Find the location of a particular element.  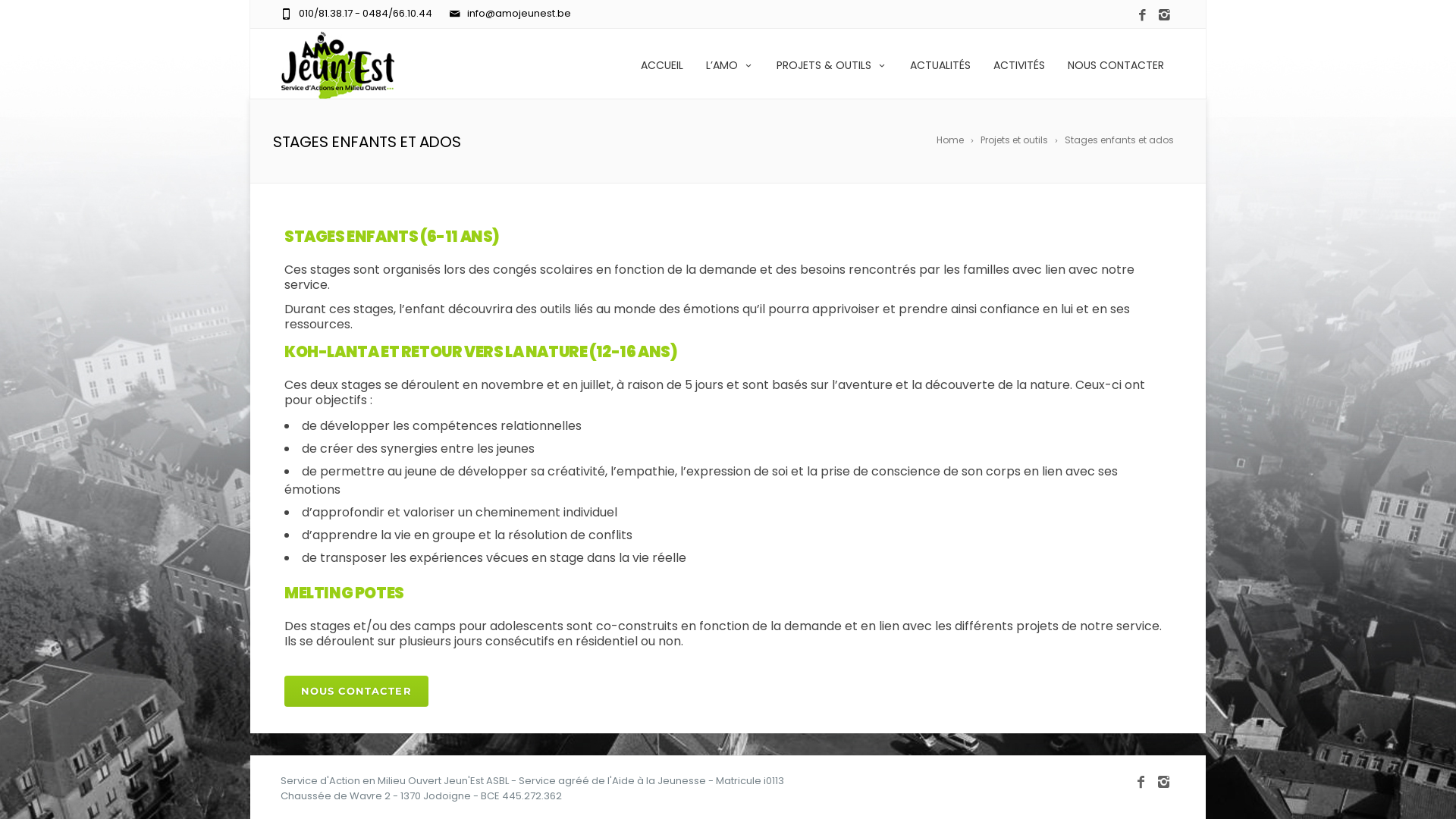

'Home' is located at coordinates (955, 140).